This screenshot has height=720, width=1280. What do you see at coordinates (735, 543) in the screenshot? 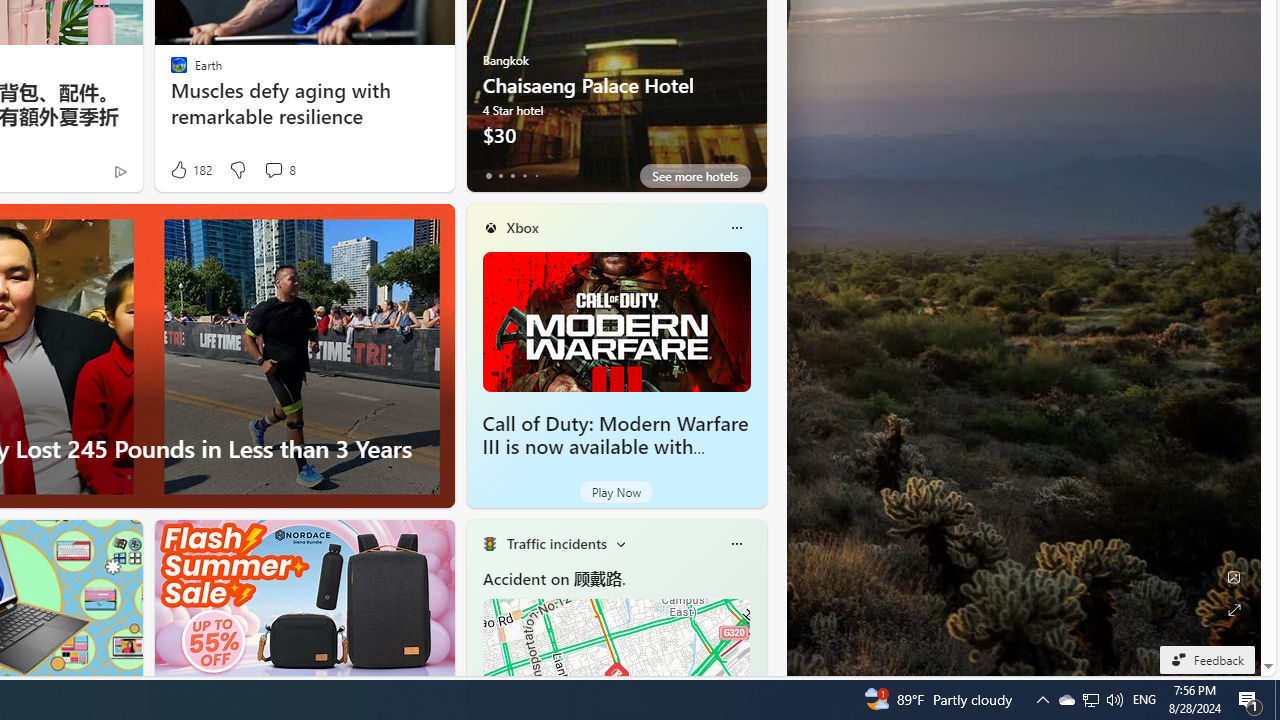
I see `'Class: icon-img'` at bounding box center [735, 543].